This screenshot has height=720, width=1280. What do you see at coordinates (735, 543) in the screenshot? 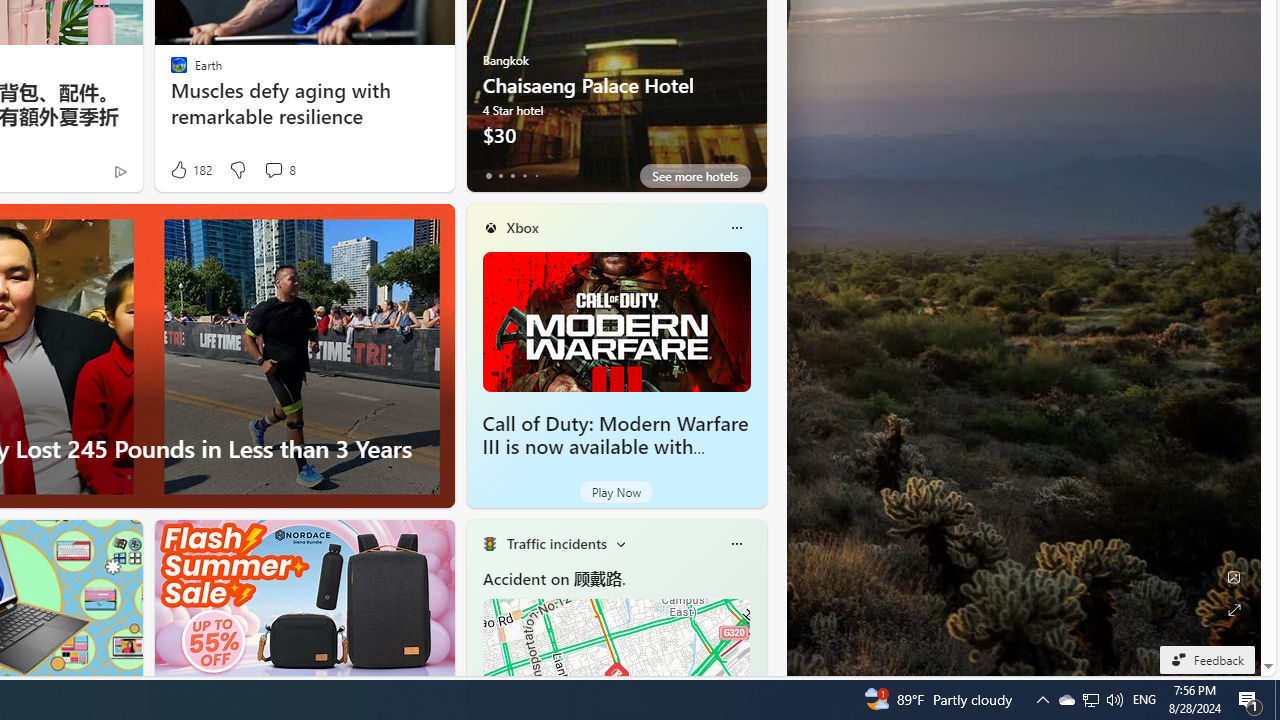
I see `'Class: icon-img'` at bounding box center [735, 543].